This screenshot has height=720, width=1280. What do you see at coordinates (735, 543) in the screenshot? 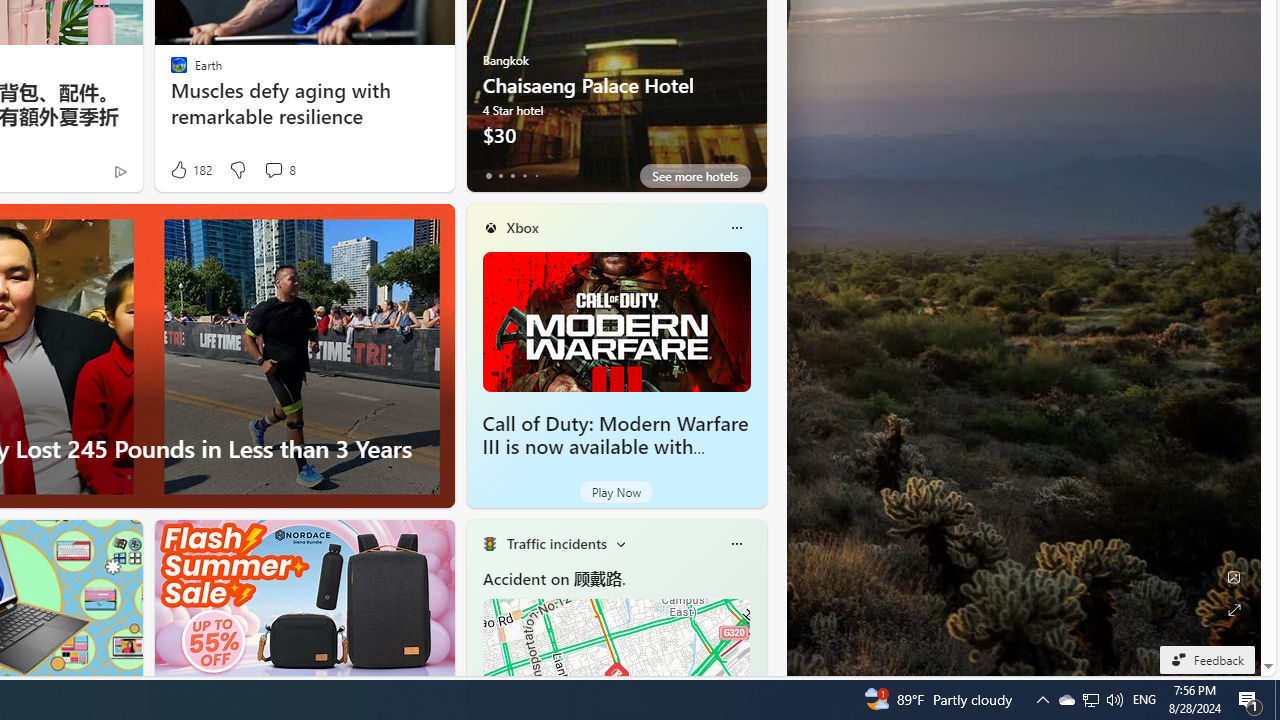
I see `'Class: icon-img'` at bounding box center [735, 543].